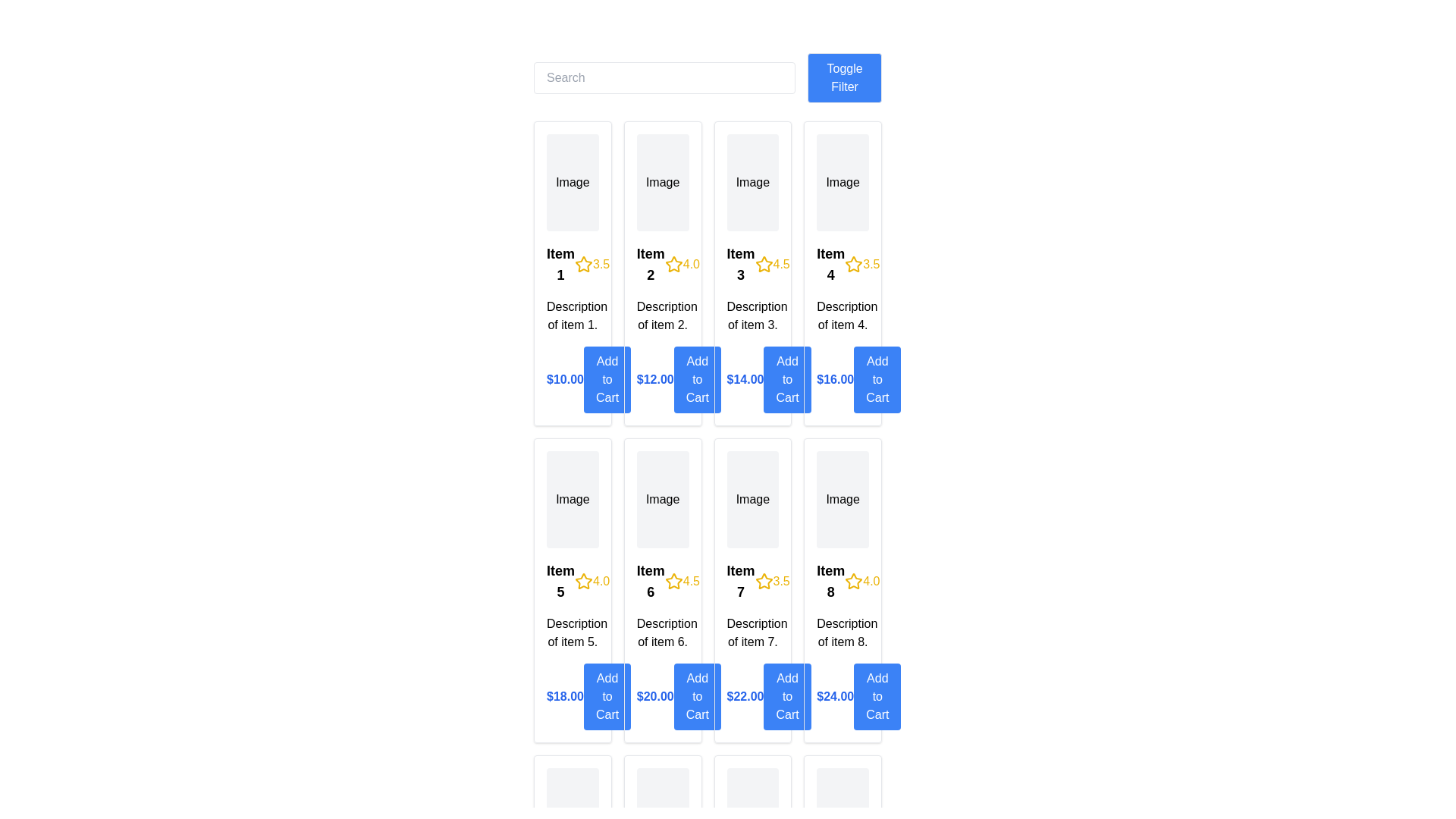 The width and height of the screenshot is (1456, 819). I want to click on the fifth product card in the grid layout, so click(572, 590).